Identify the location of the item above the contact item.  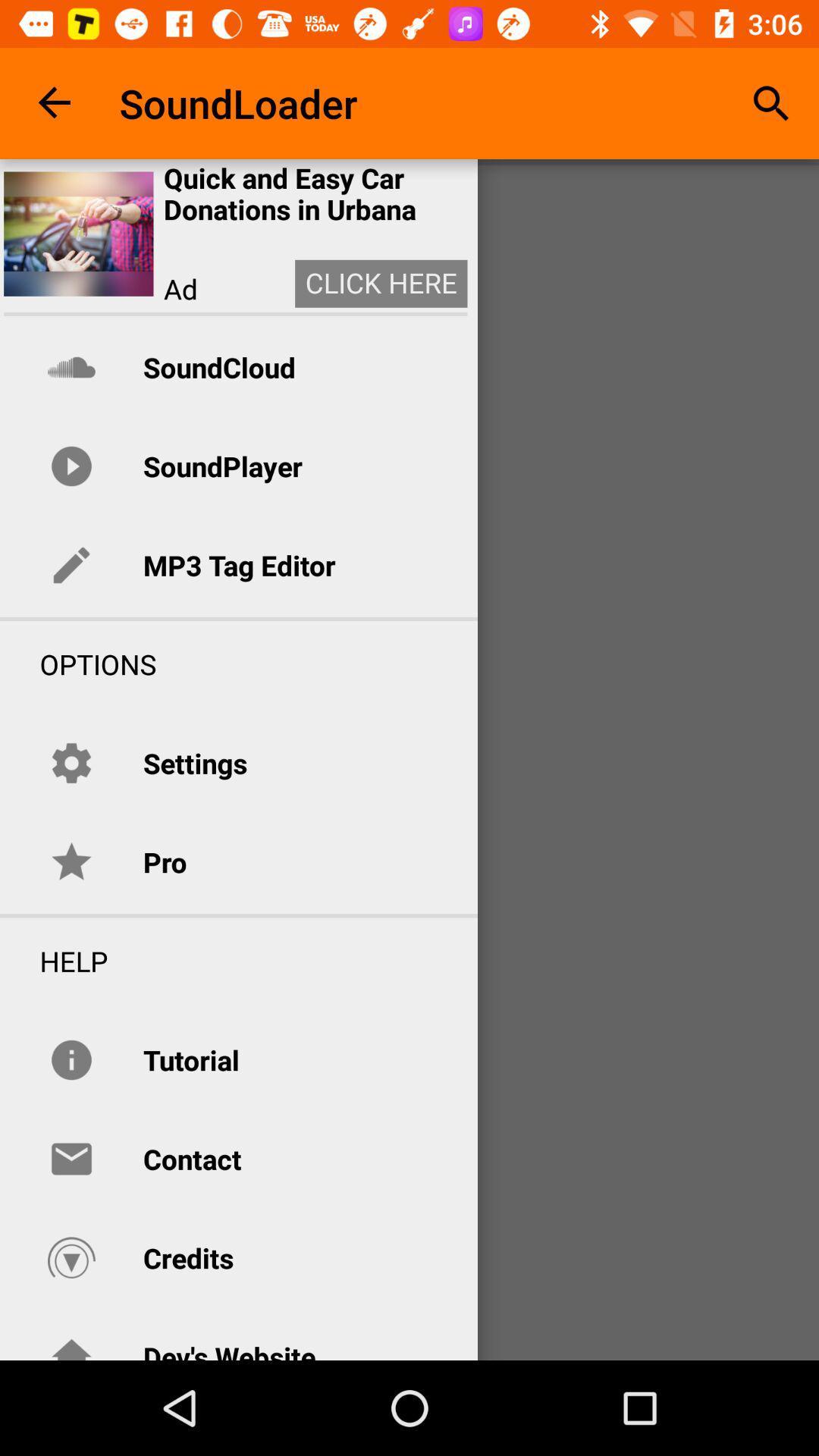
(190, 1059).